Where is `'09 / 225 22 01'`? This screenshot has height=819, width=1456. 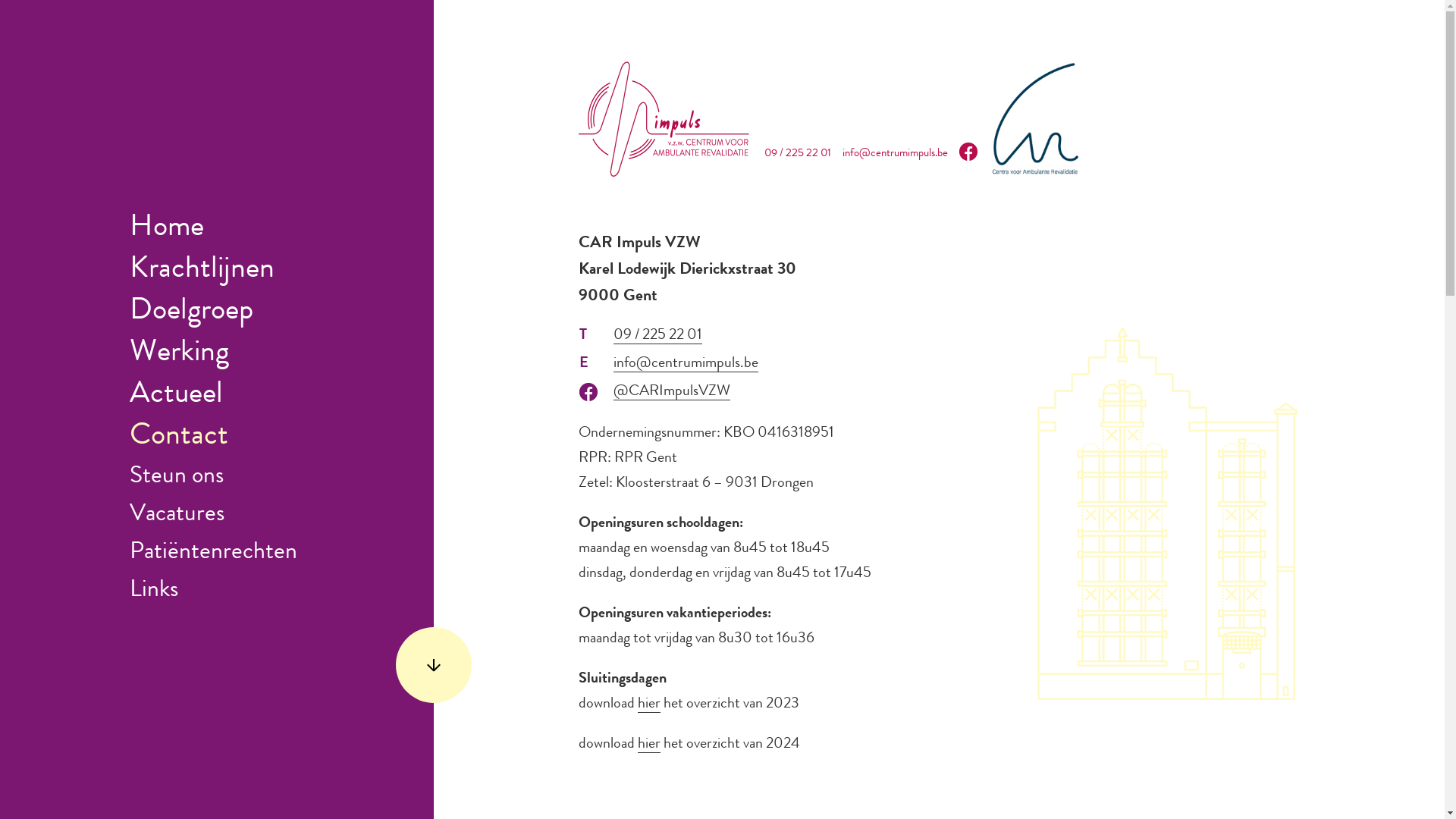
'09 / 225 22 01' is located at coordinates (613, 335).